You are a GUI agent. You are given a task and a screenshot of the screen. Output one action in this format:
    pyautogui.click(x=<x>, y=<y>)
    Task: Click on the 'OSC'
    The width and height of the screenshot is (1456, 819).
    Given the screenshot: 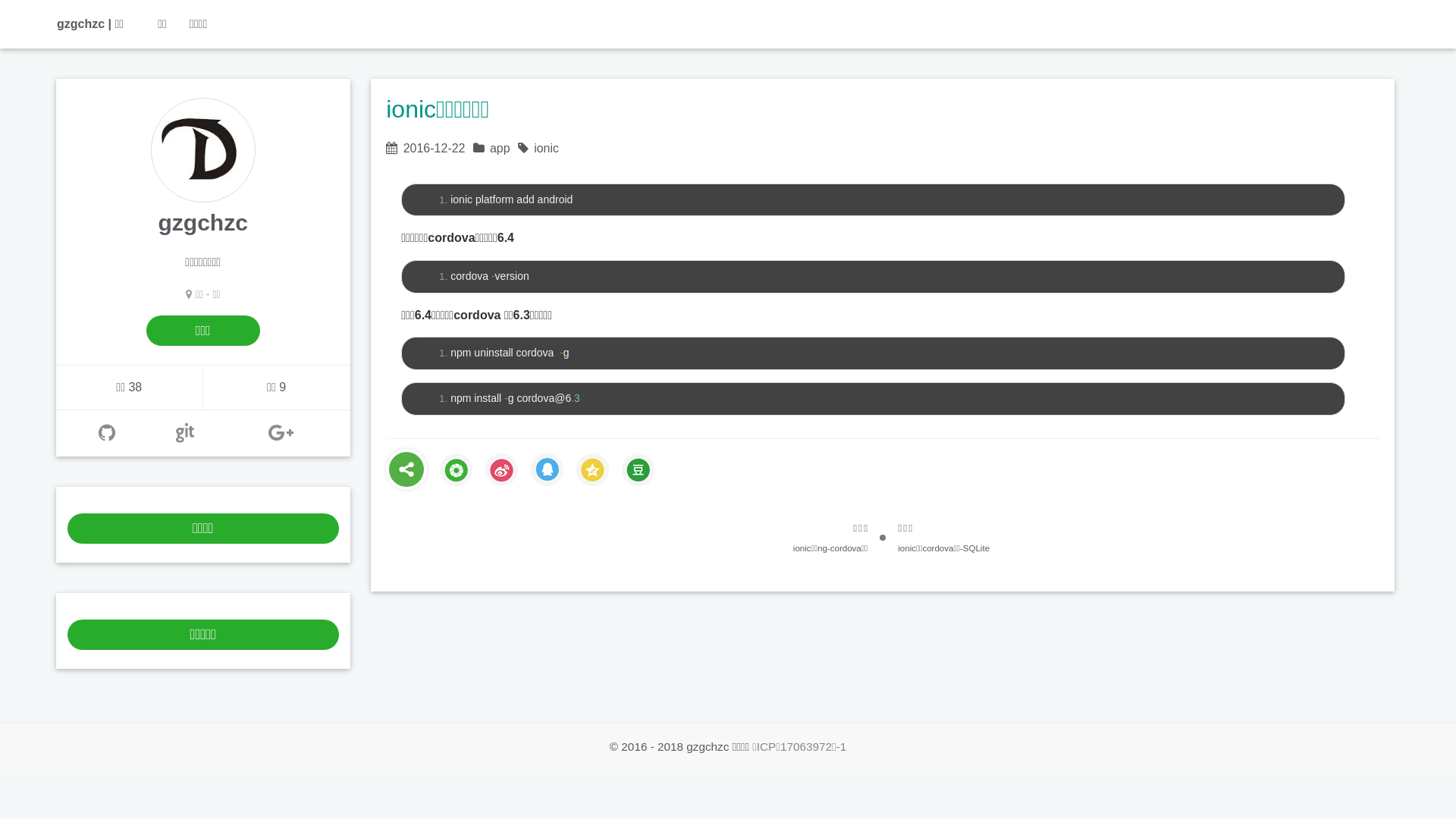 What is the action you would take?
    pyautogui.click(x=174, y=432)
    